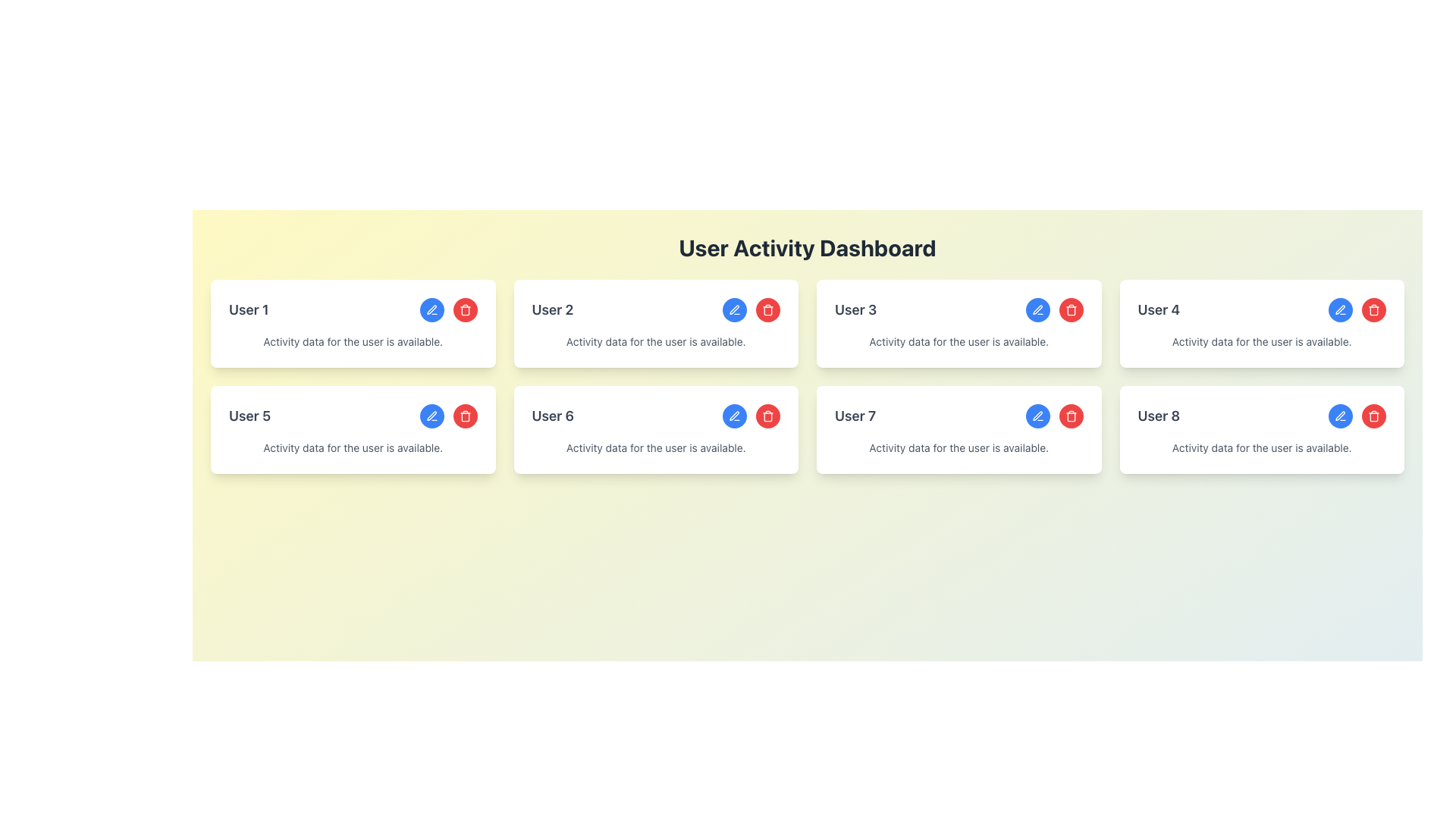 The height and width of the screenshot is (819, 1456). What do you see at coordinates (249, 416) in the screenshot?
I see `the text label displaying 'User 5' which is styled with a bold, large font and gray color, located in the second card of the second row in a grid layout` at bounding box center [249, 416].